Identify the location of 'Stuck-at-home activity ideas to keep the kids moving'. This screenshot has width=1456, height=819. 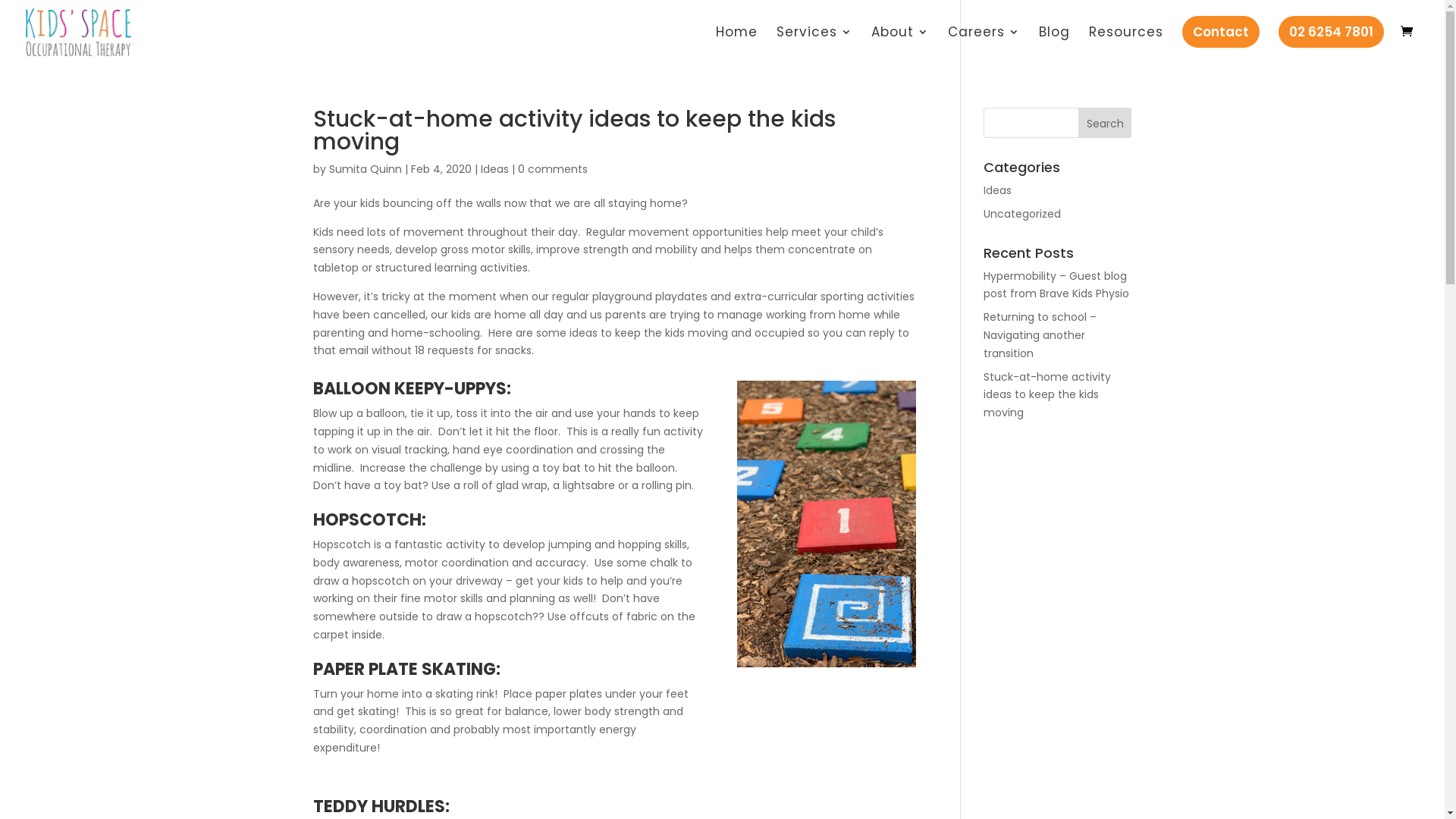
(1046, 394).